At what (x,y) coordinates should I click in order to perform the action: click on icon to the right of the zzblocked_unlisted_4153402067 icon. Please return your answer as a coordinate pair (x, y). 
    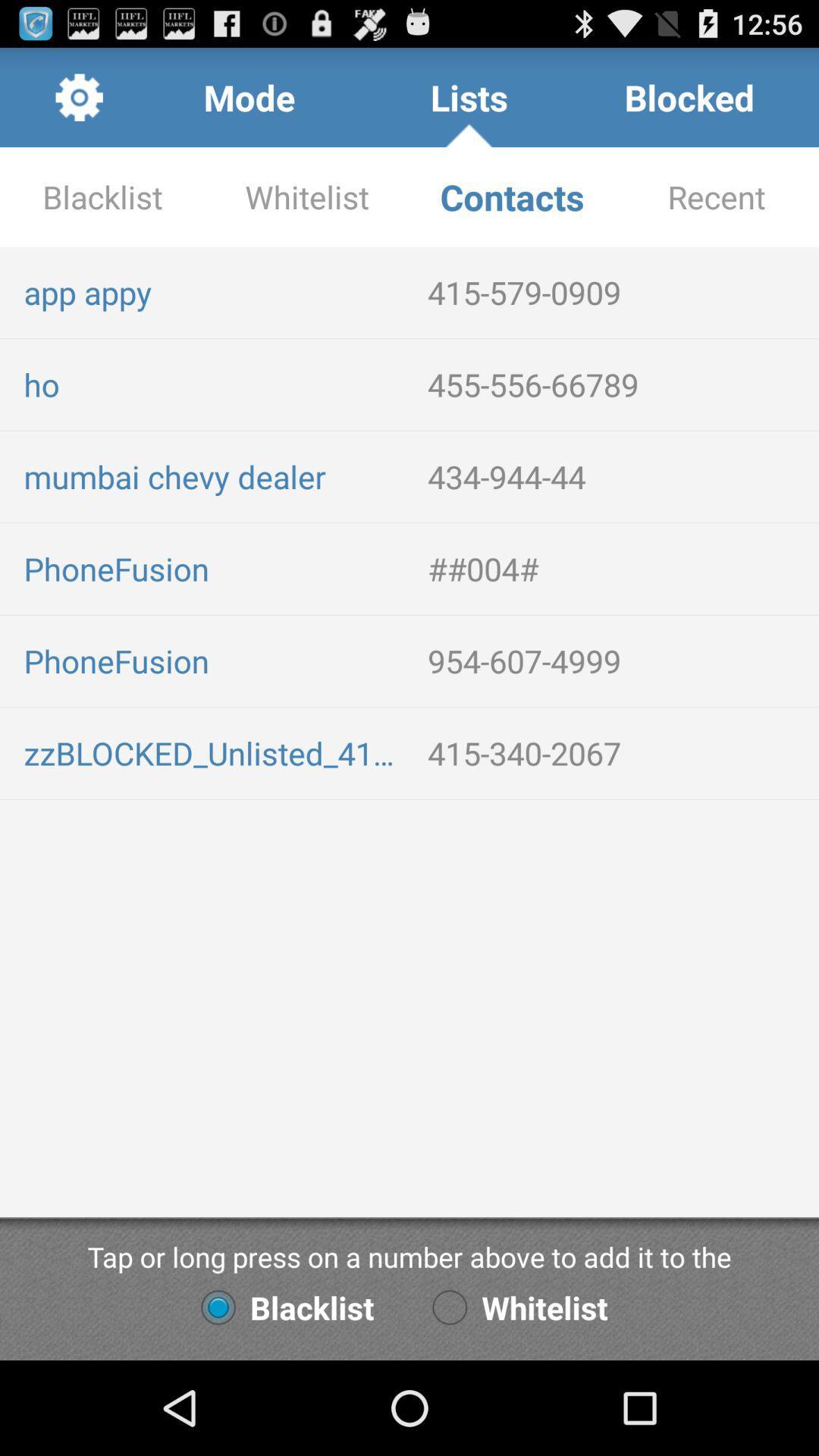
    Looking at the image, I should click on (617, 753).